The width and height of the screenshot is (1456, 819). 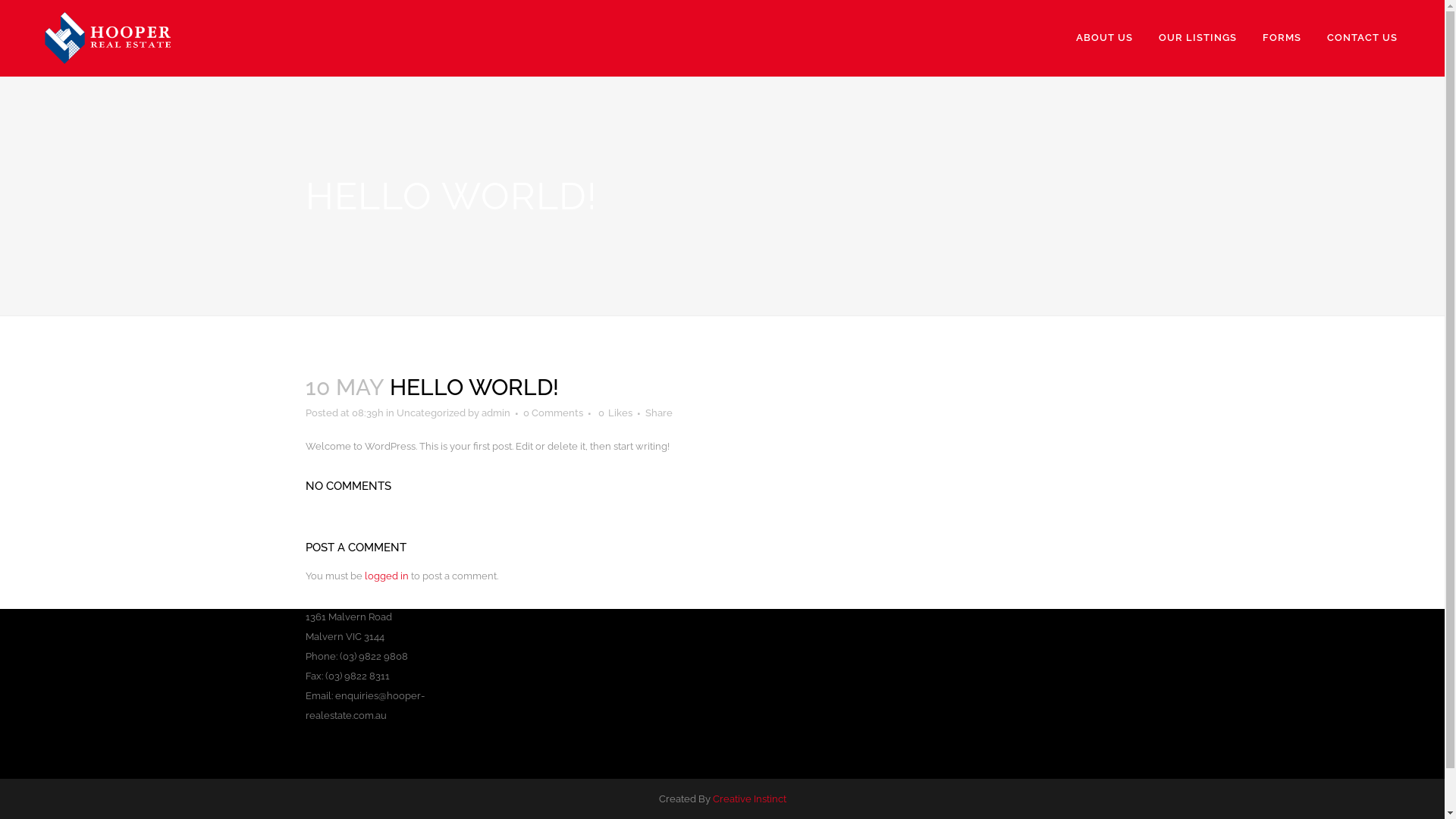 What do you see at coordinates (552, 413) in the screenshot?
I see `'0 Comments'` at bounding box center [552, 413].